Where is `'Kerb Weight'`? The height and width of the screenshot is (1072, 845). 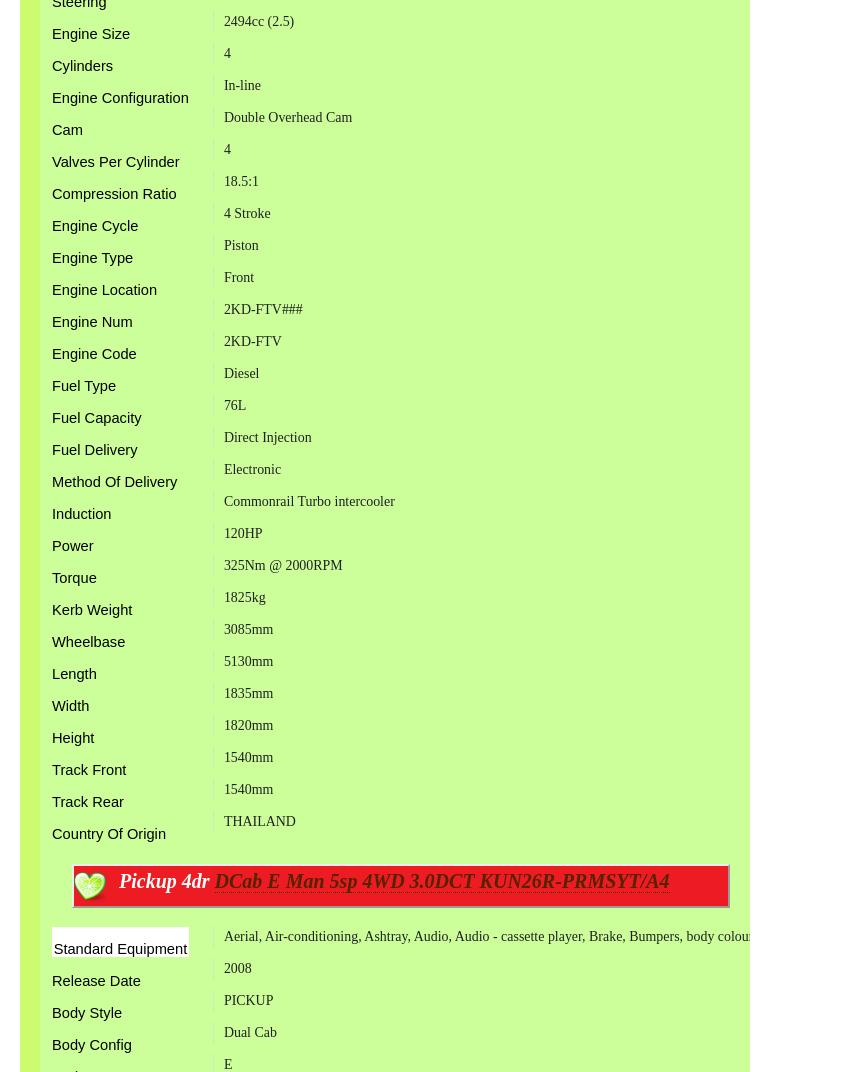
'Kerb Weight' is located at coordinates (92, 609).